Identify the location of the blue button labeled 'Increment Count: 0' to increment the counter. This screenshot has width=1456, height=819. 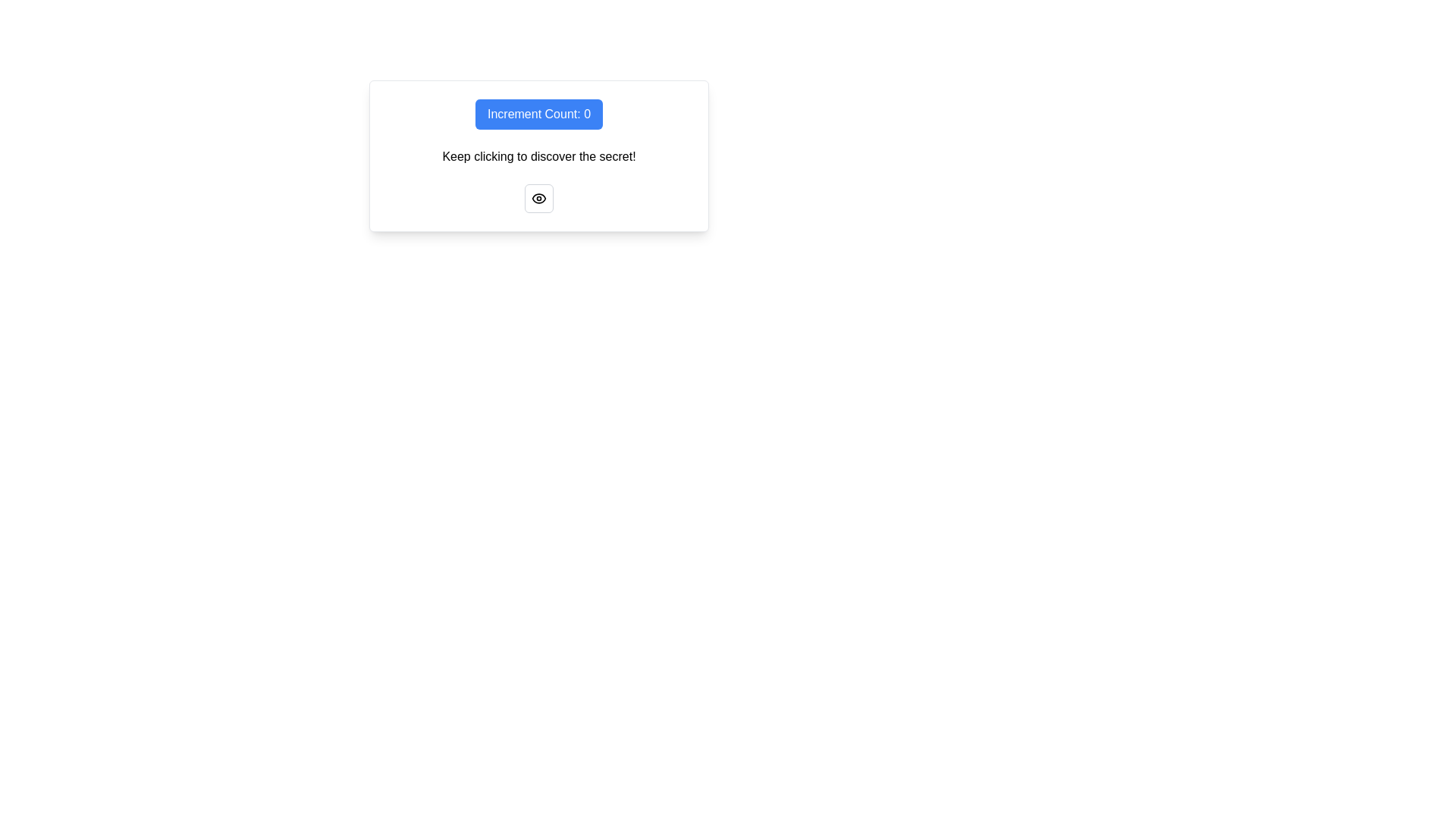
(538, 113).